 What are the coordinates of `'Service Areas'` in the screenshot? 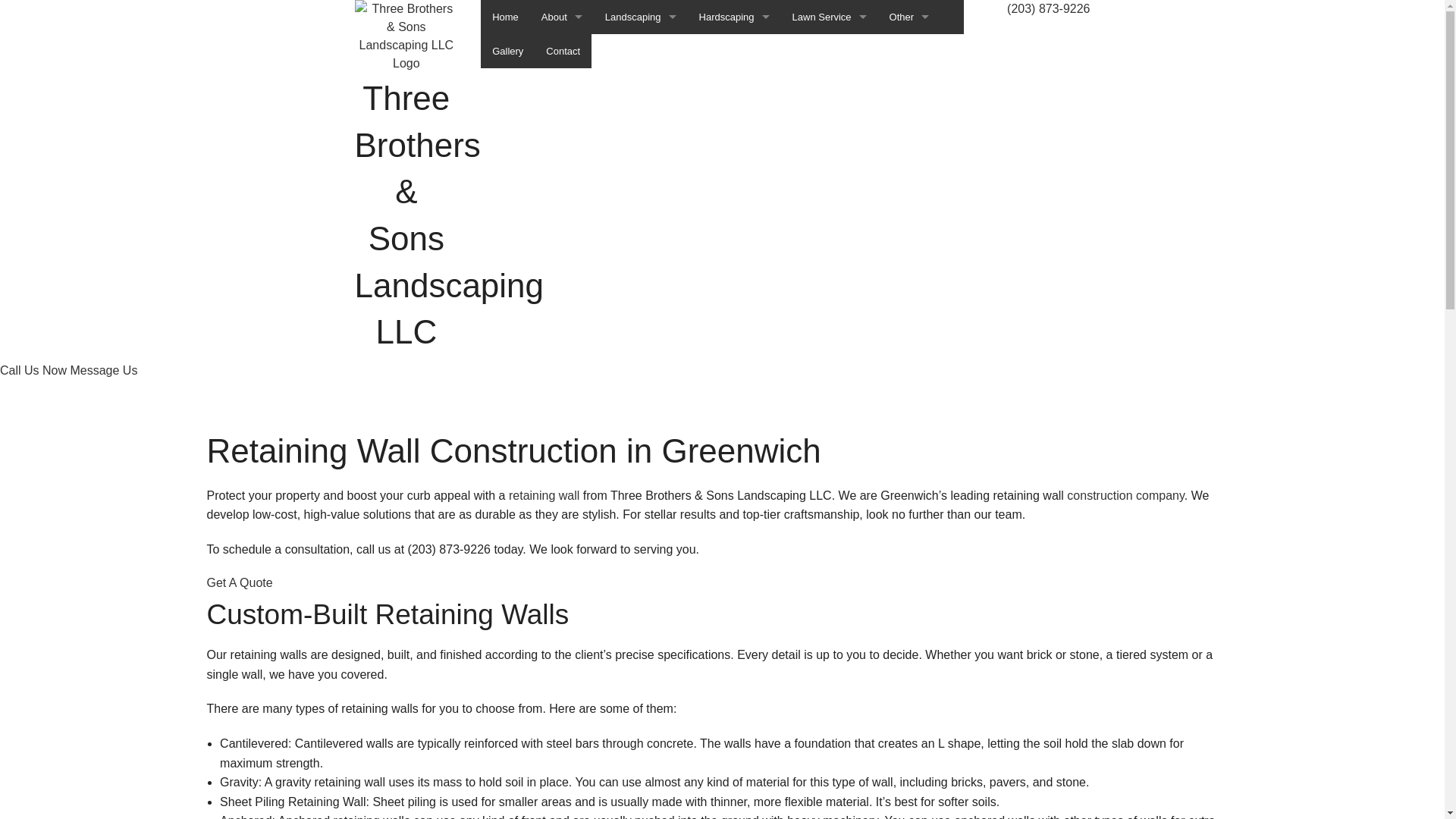 It's located at (560, 85).